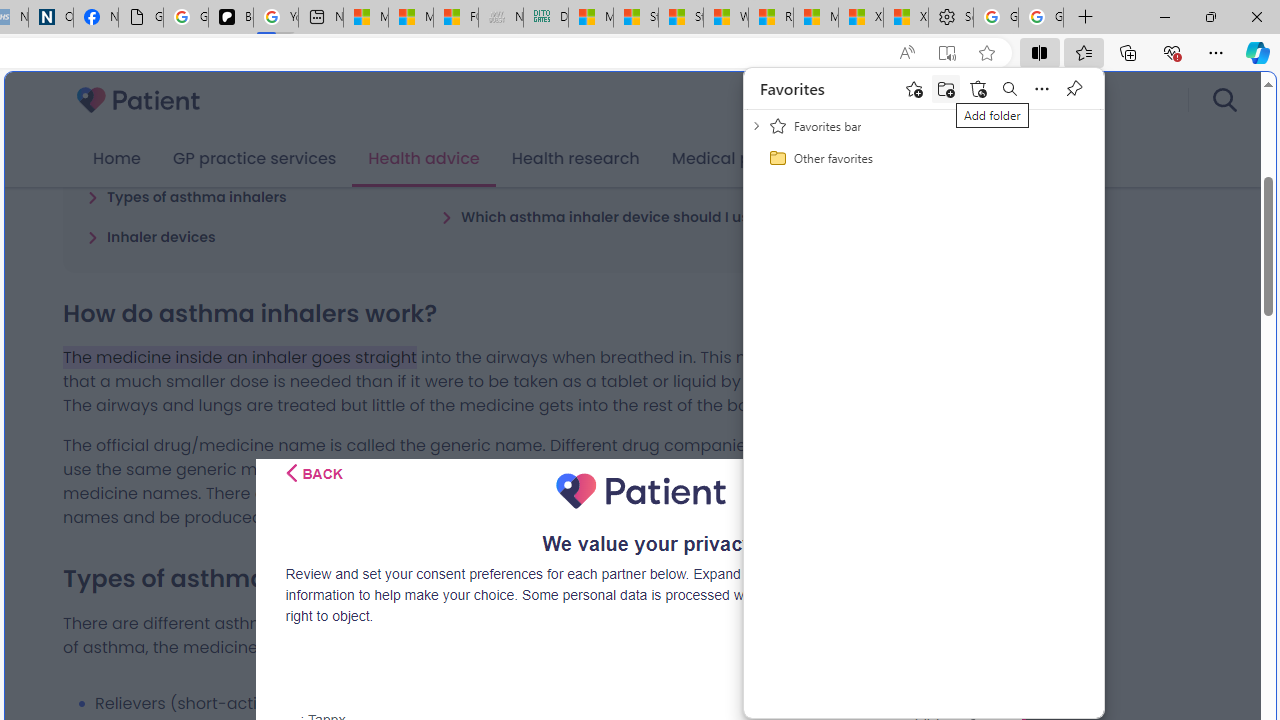 The image size is (1280, 720). Describe the element at coordinates (977, 87) in the screenshot. I see `'Restore deleted favorites'` at that location.